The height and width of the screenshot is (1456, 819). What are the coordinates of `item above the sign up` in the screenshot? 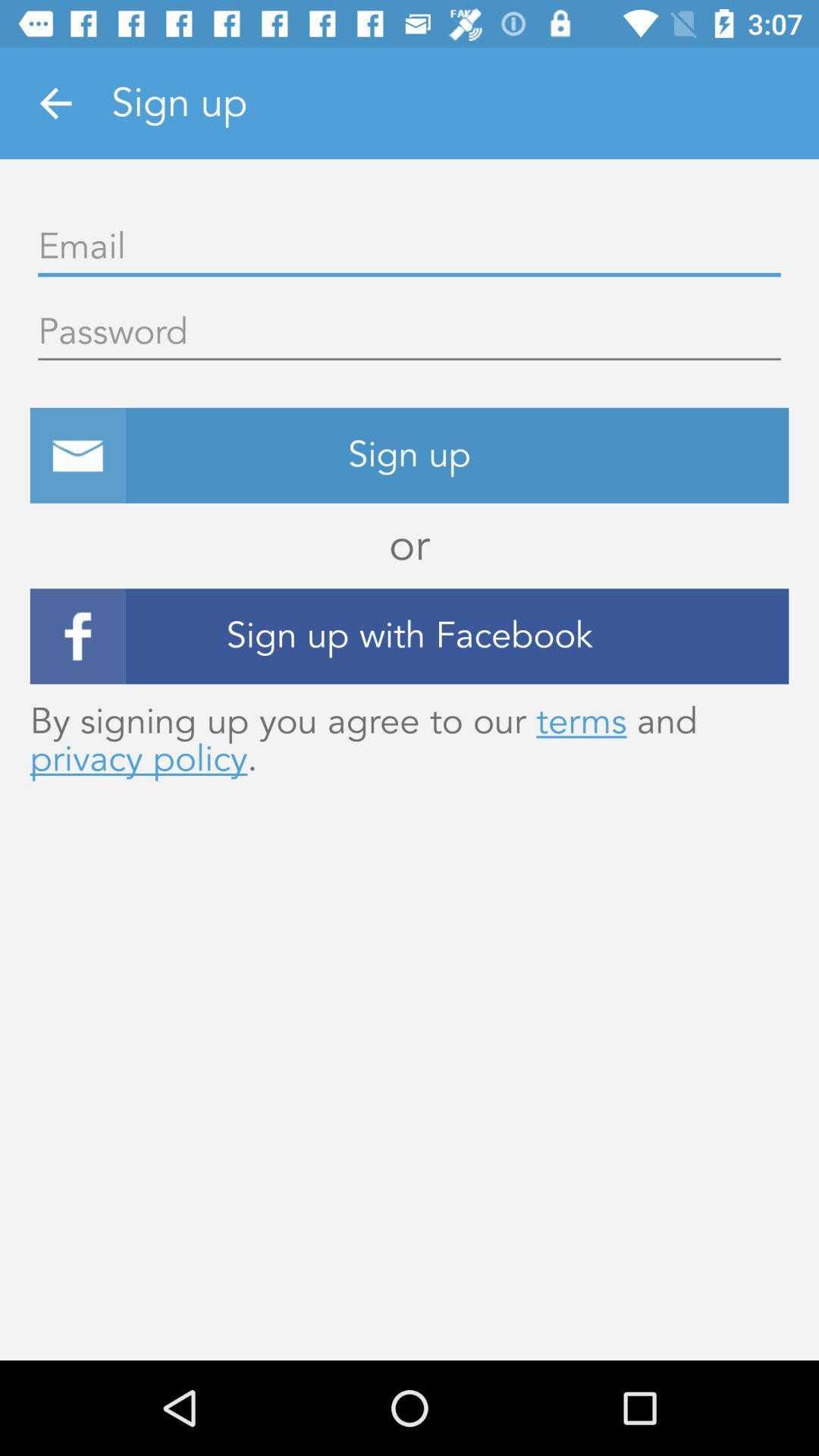 It's located at (409, 332).